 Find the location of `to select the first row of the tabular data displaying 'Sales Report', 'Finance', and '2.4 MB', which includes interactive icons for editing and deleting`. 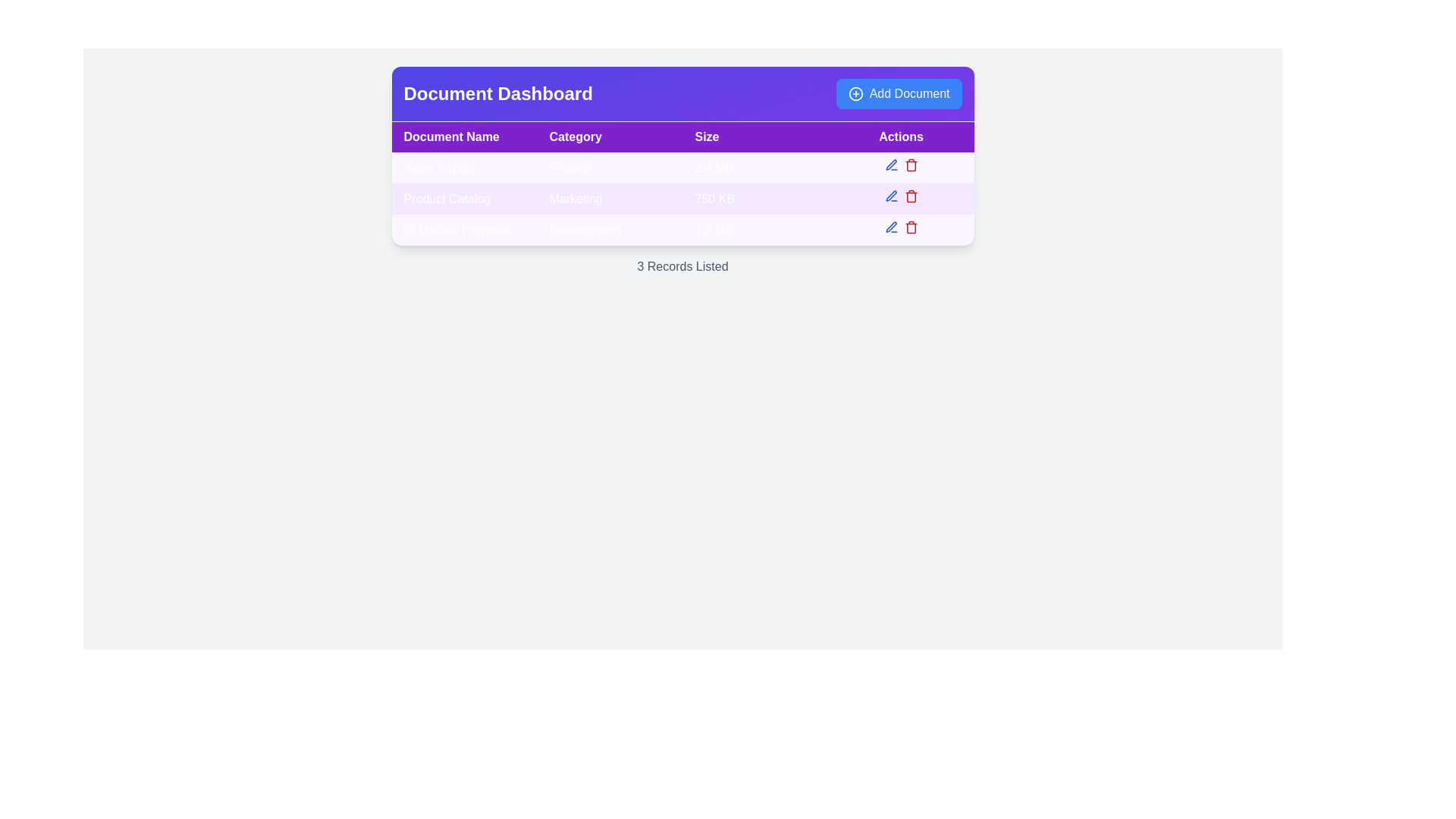

to select the first row of the tabular data displaying 'Sales Report', 'Finance', and '2.4 MB', which includes interactive icons for editing and deleting is located at coordinates (682, 168).